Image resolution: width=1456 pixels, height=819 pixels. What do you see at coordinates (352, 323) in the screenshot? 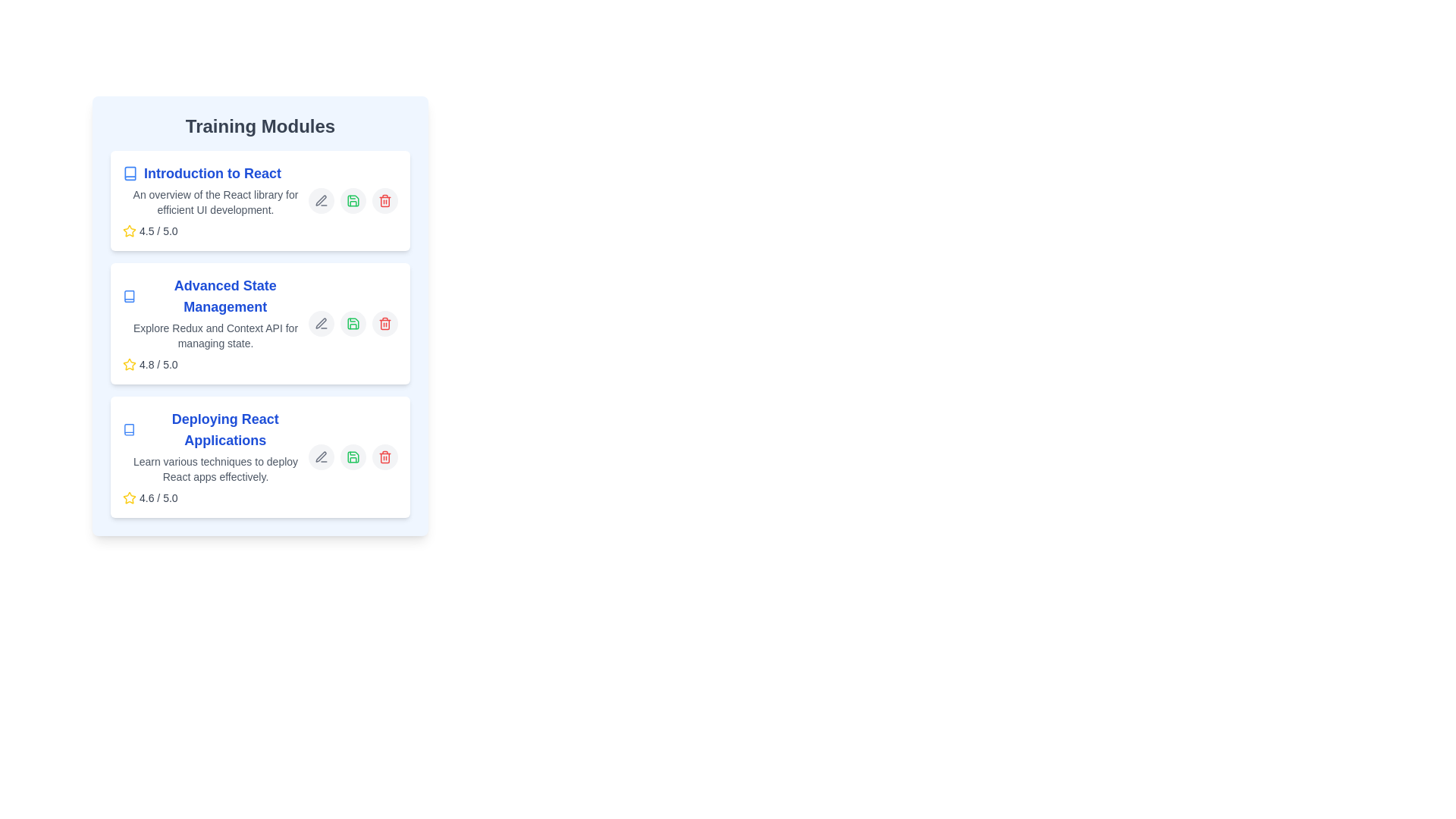
I see `the green save icon located beside the list item labeled 'Advanced State Management'` at bounding box center [352, 323].